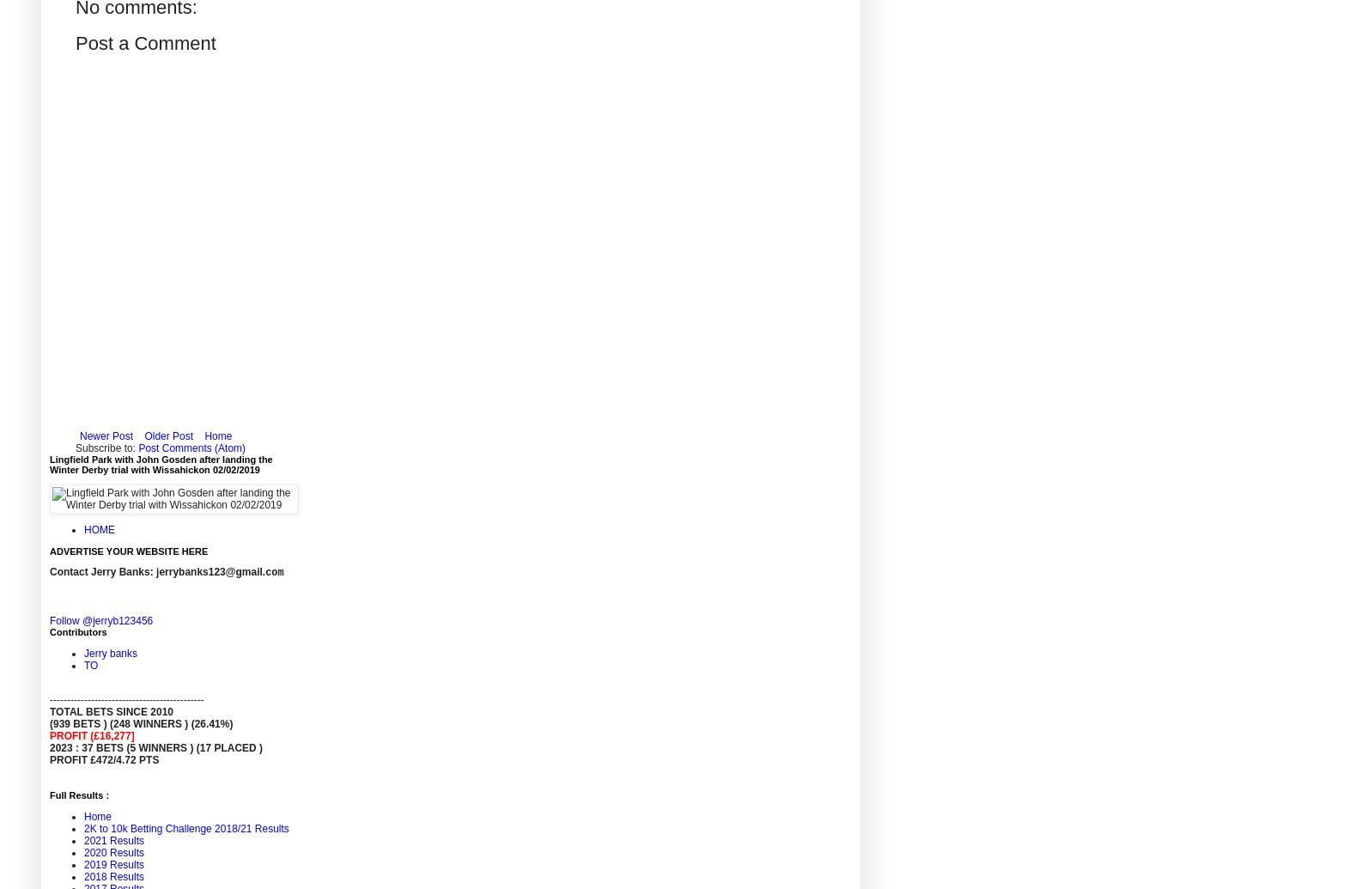  What do you see at coordinates (106, 447) in the screenshot?
I see `'Subscribe to:'` at bounding box center [106, 447].